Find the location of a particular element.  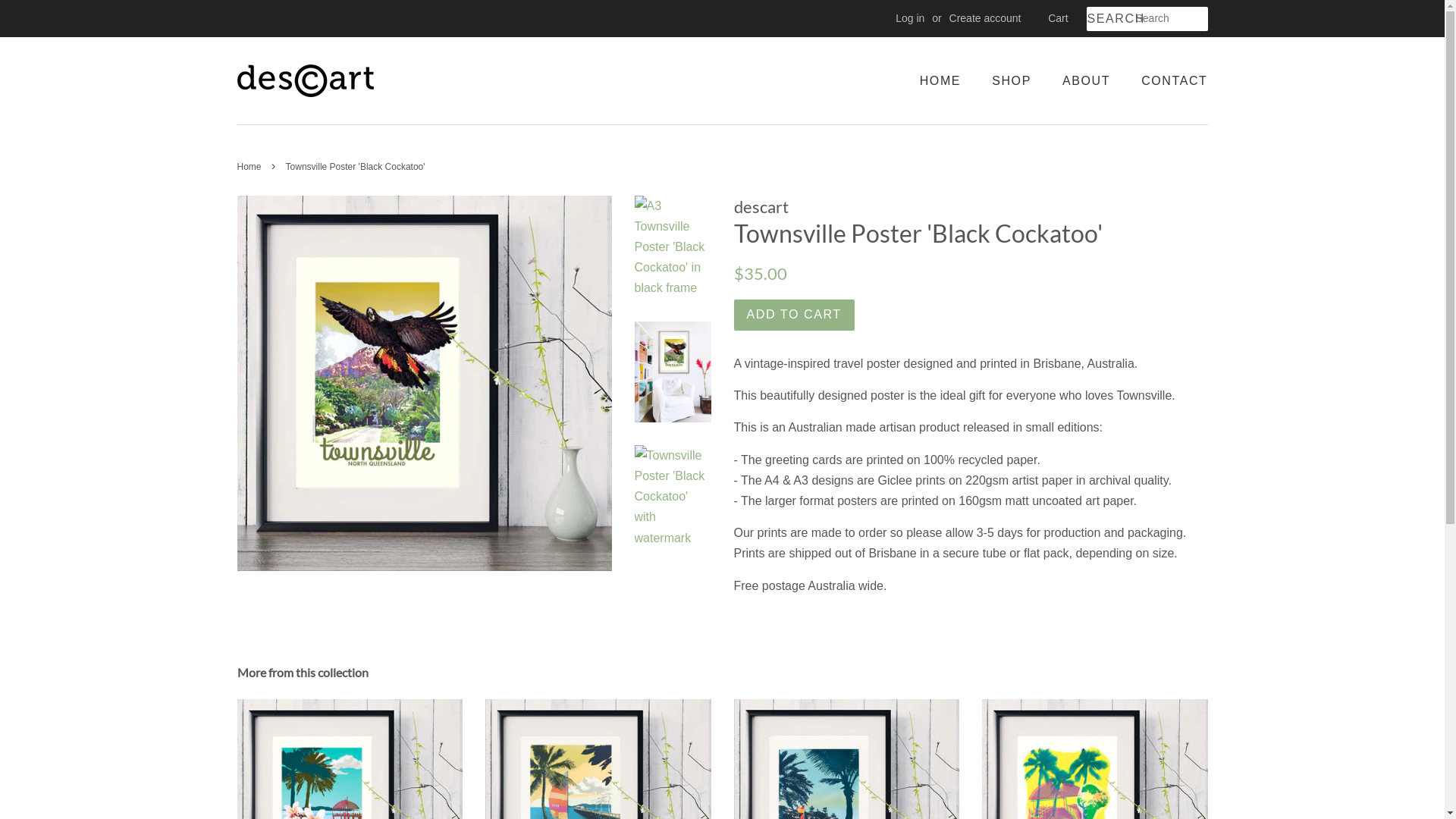

'SHOP' is located at coordinates (980, 80).